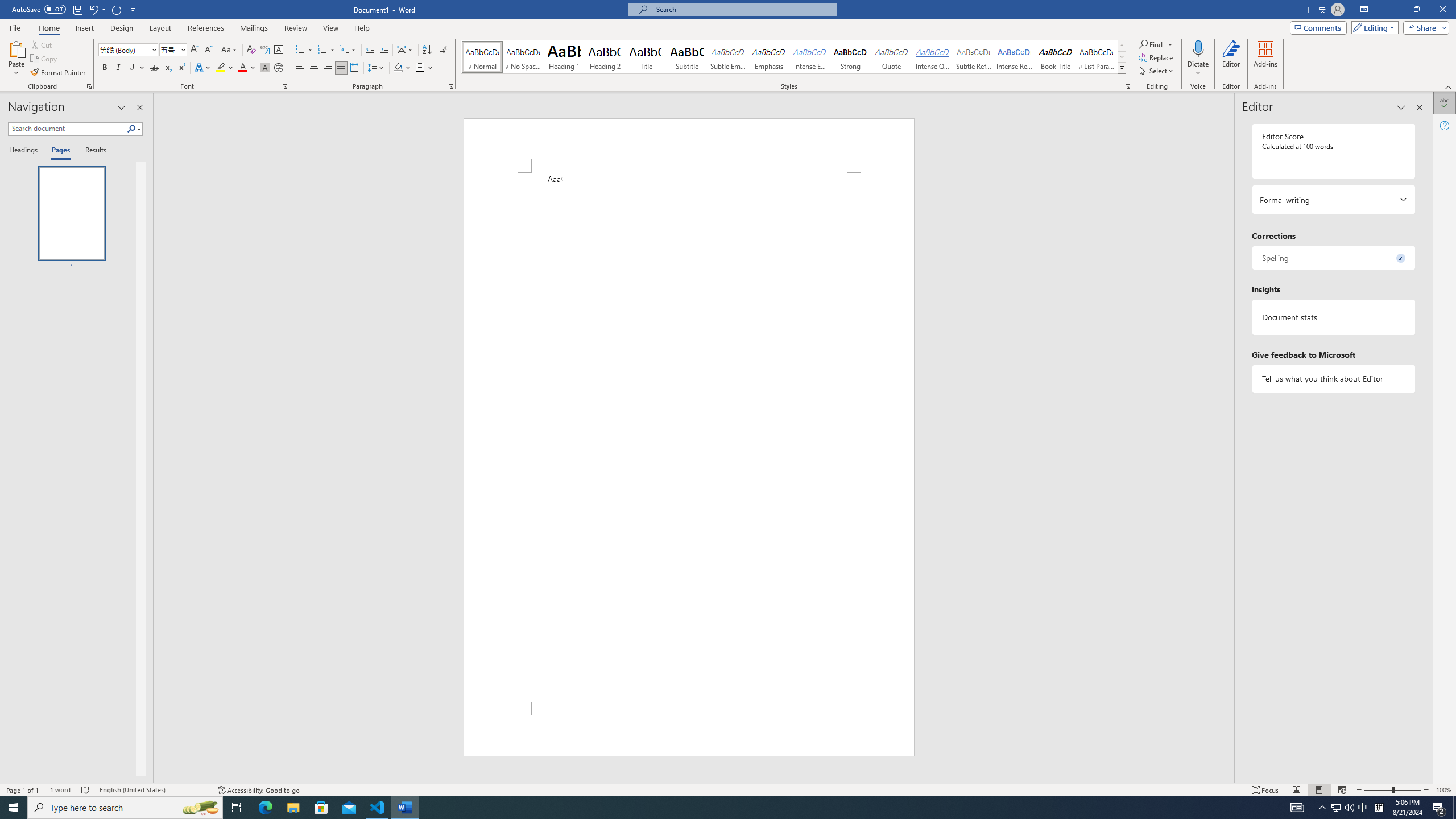 The image size is (1456, 819). Describe the element at coordinates (974, 56) in the screenshot. I see `'Subtle Reference'` at that location.